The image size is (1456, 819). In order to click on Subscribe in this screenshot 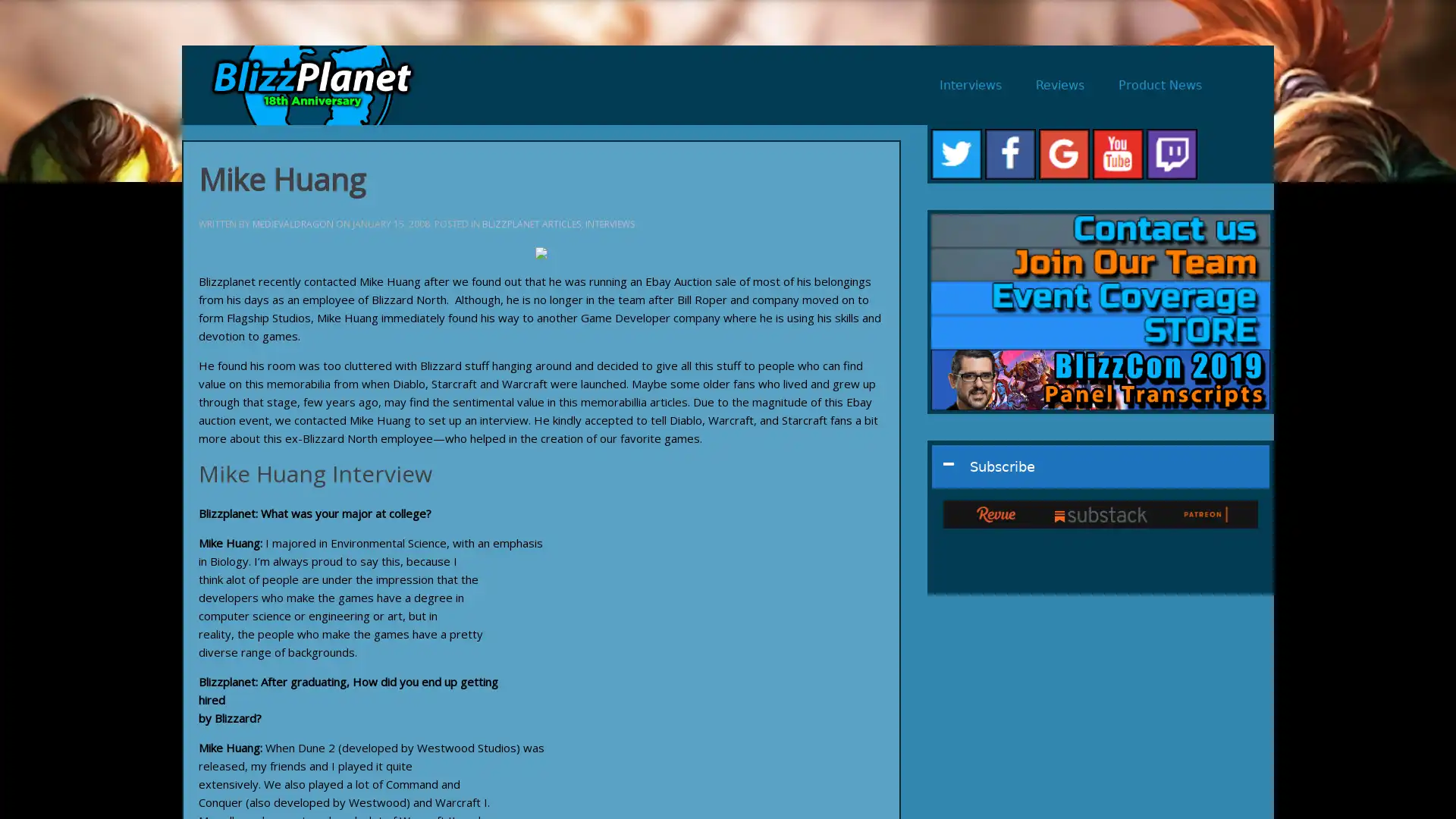, I will do `click(1100, 466)`.